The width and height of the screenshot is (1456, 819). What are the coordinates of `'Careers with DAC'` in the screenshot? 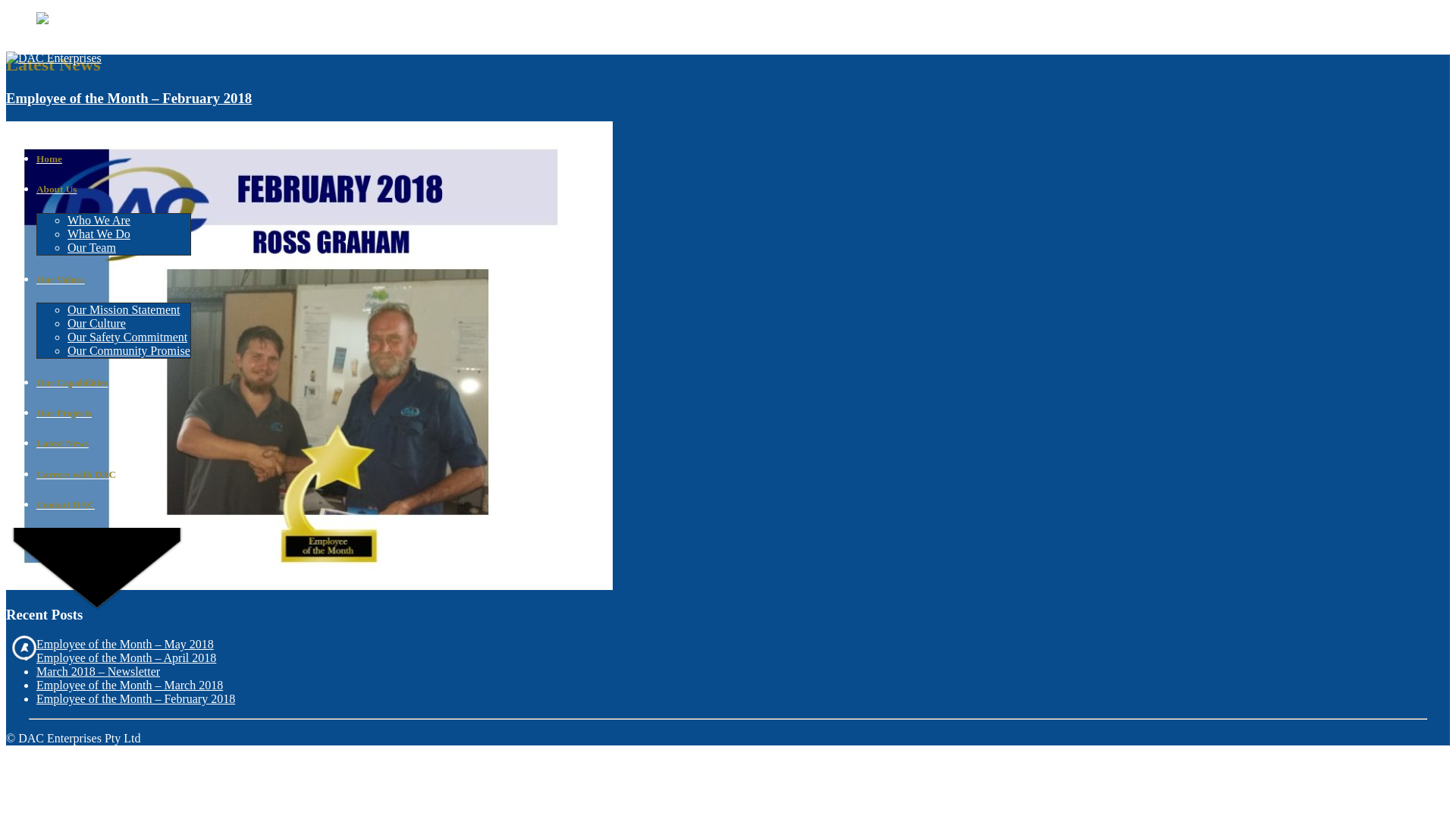 It's located at (112, 473).